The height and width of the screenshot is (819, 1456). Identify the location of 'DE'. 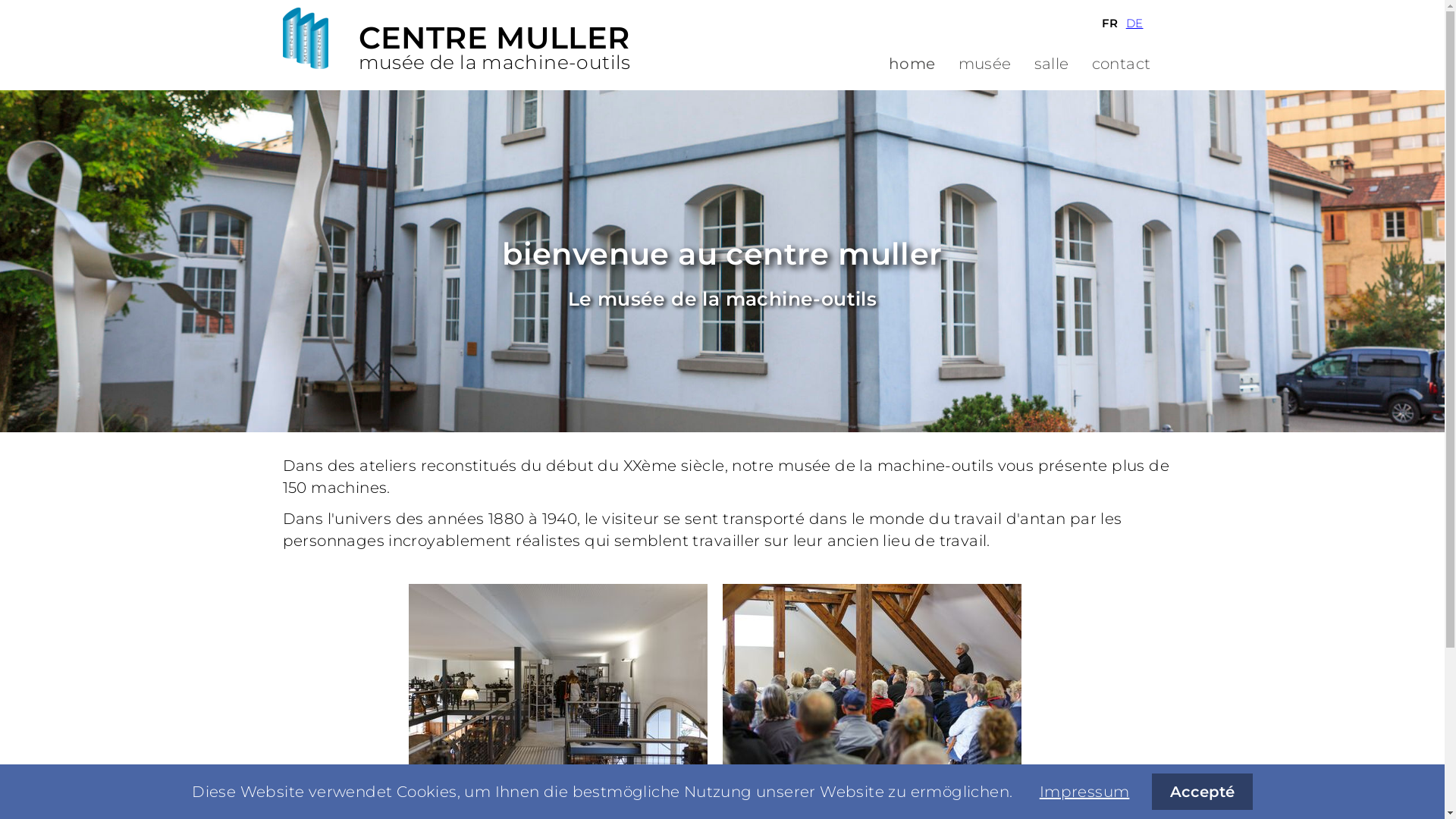
(1134, 23).